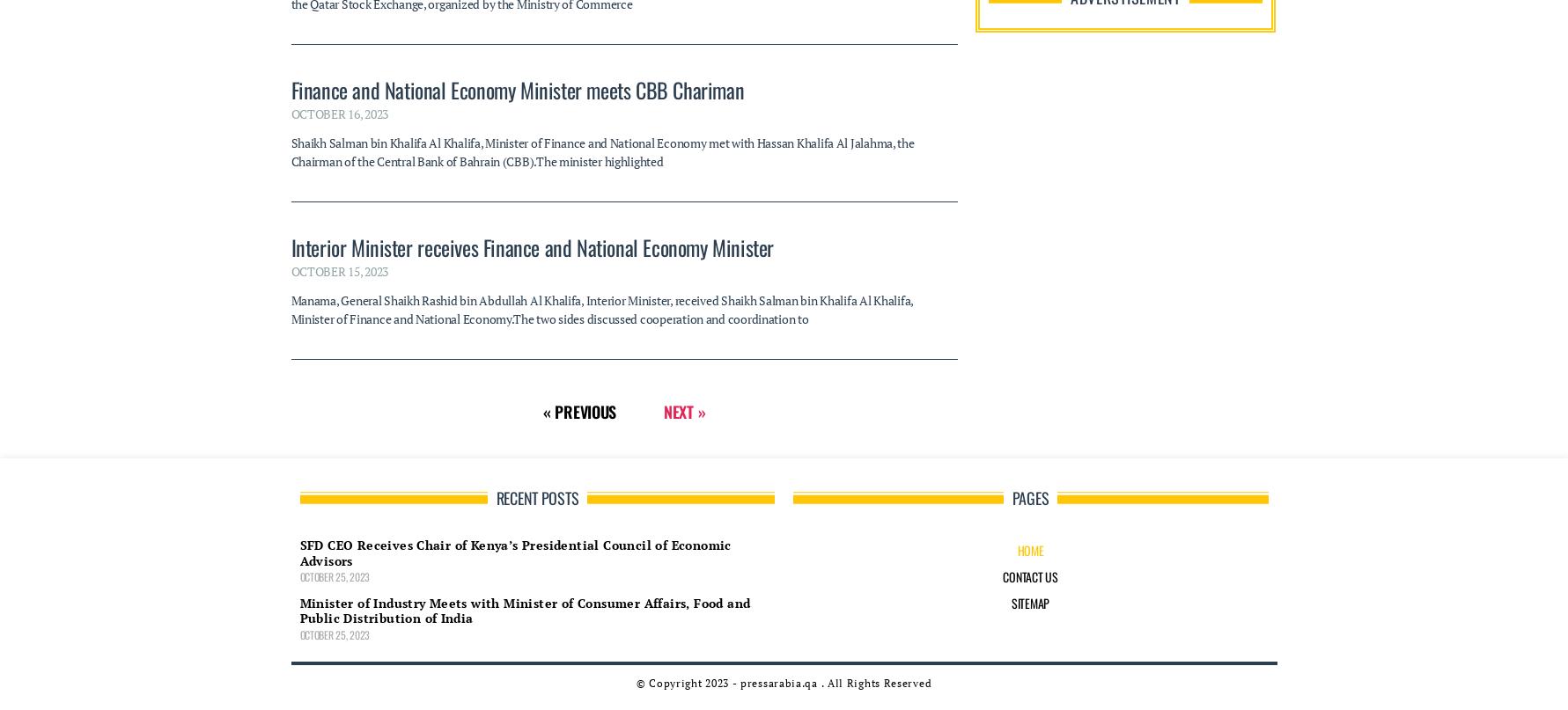  What do you see at coordinates (1029, 208) in the screenshot?
I see `'Home'` at bounding box center [1029, 208].